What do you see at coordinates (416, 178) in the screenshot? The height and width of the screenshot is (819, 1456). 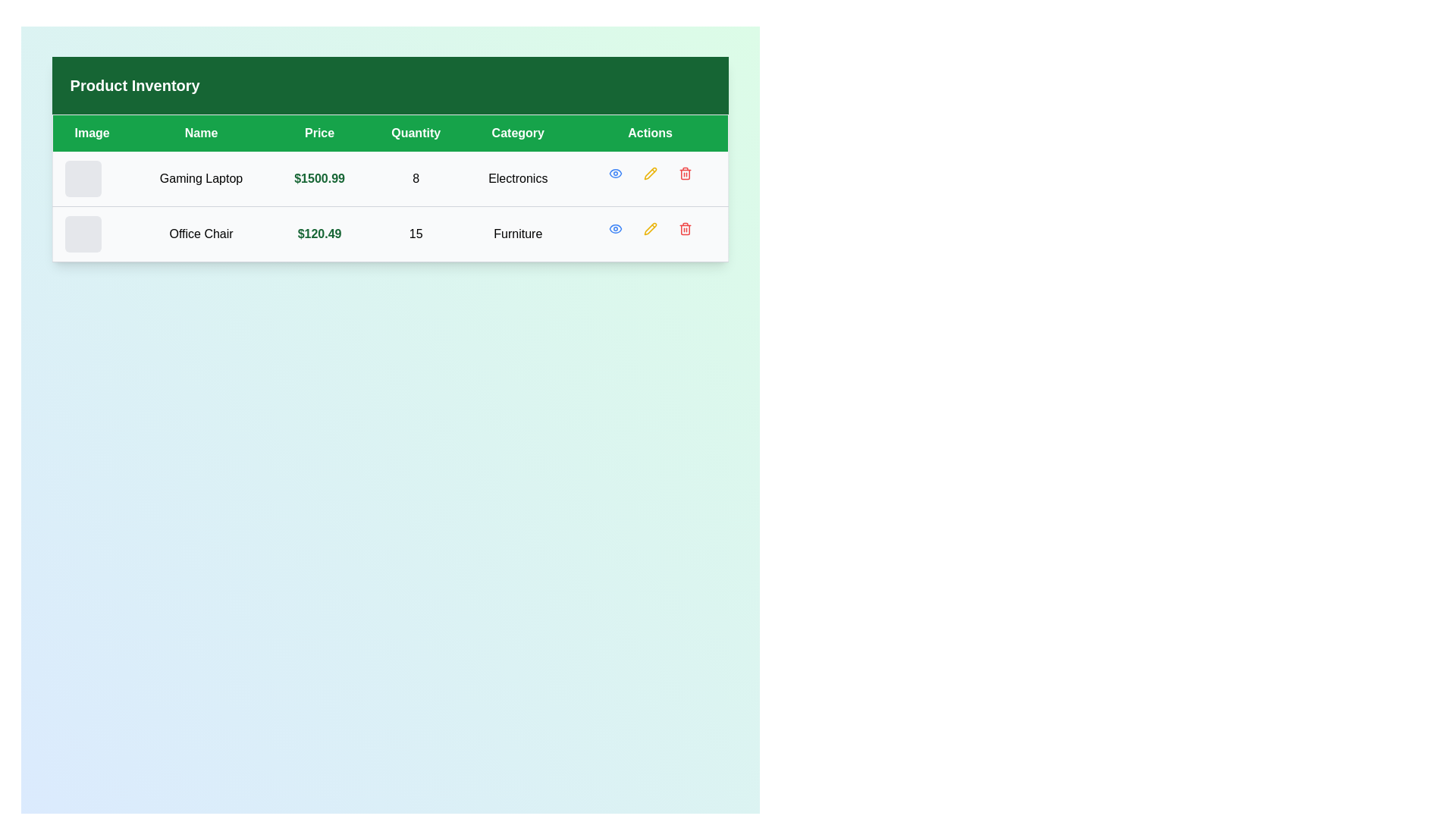 I see `the text label '8' in the fourth column of the first row of the table, which represents the 'Quantity' category for the product 'Gaming Laptop'` at bounding box center [416, 178].